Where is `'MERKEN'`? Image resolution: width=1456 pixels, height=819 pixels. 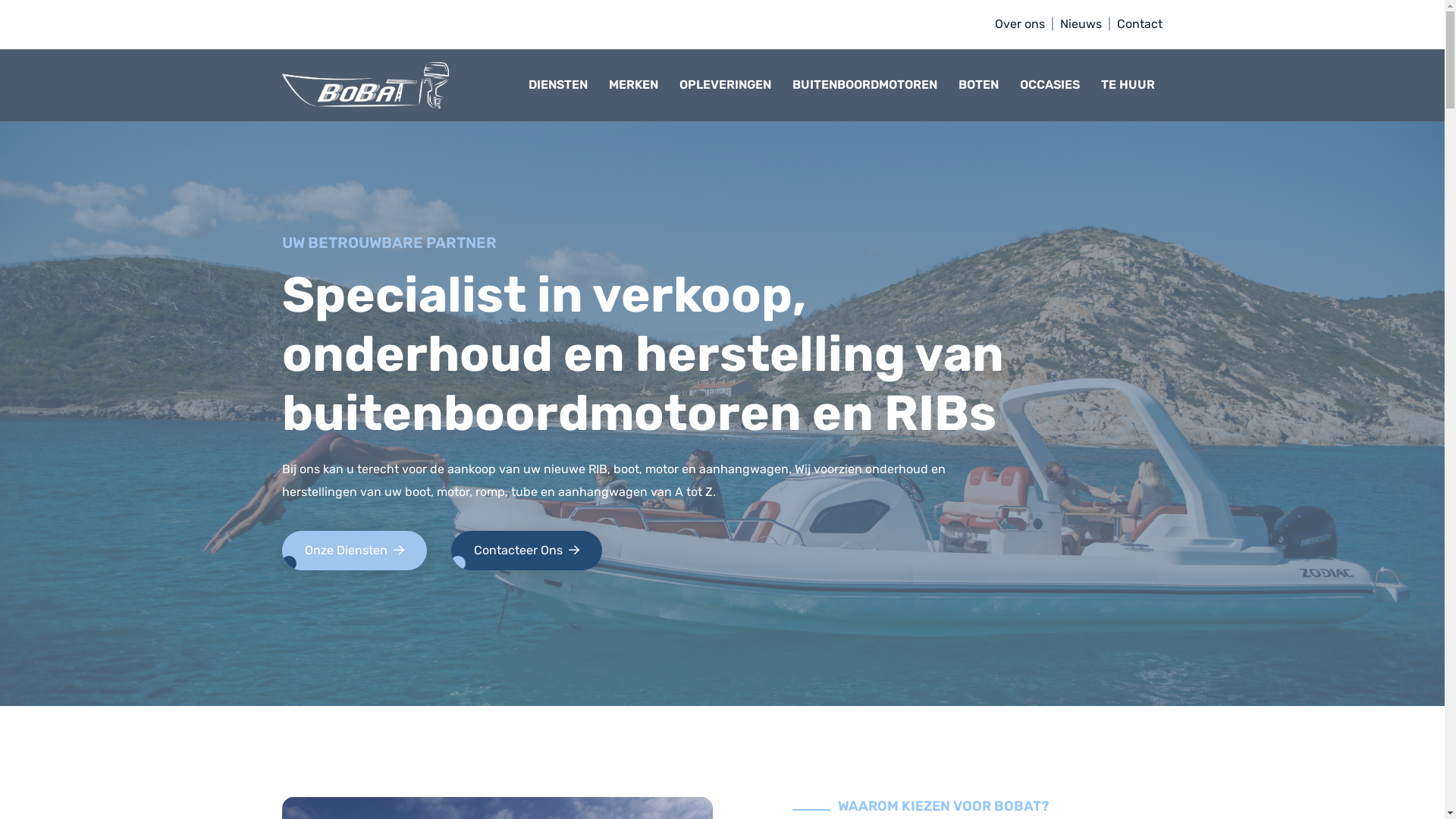 'MERKEN' is located at coordinates (637, 85).